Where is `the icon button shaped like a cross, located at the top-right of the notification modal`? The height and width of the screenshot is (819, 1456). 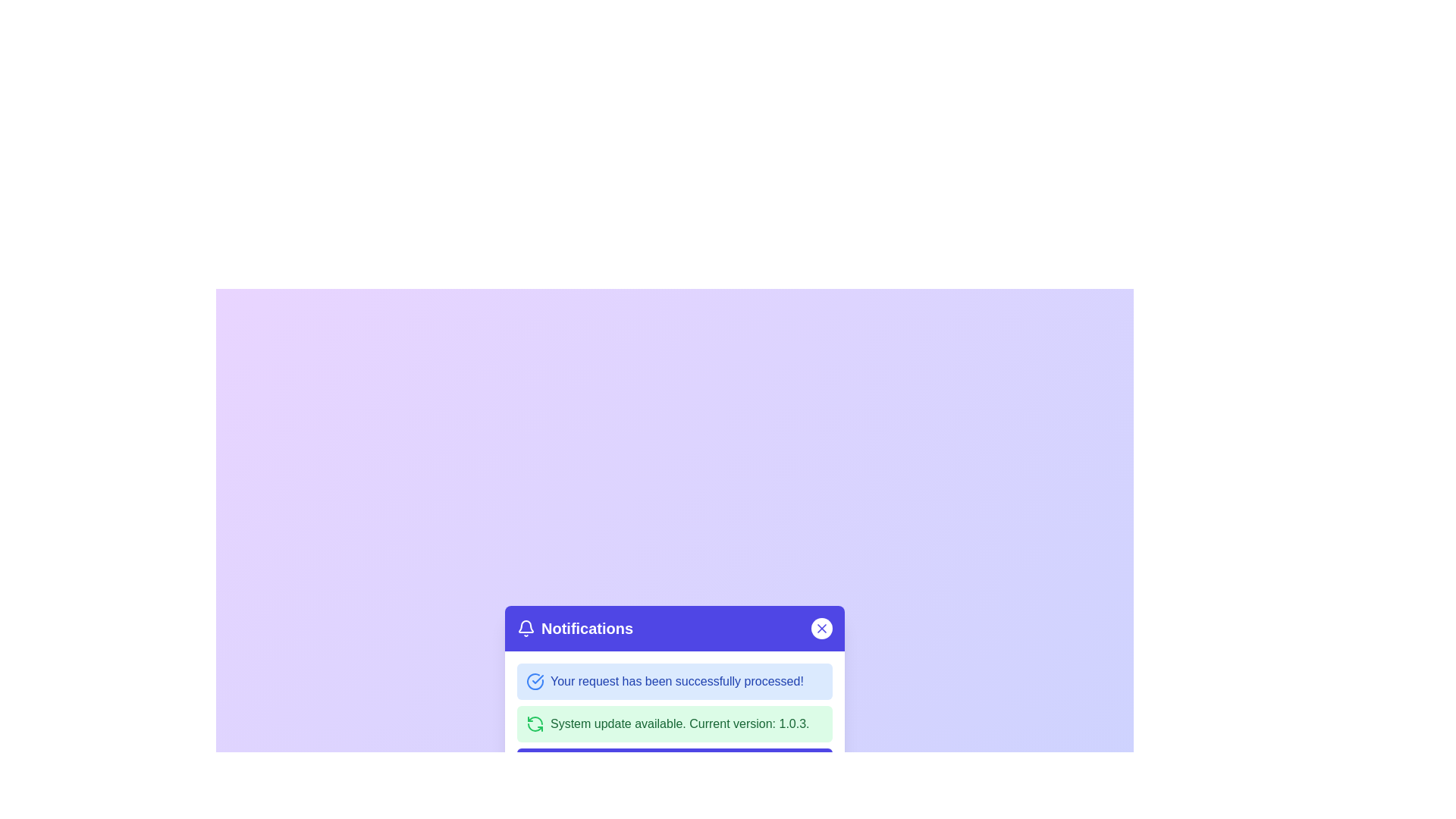
the icon button shaped like a cross, located at the top-right of the notification modal is located at coordinates (821, 629).